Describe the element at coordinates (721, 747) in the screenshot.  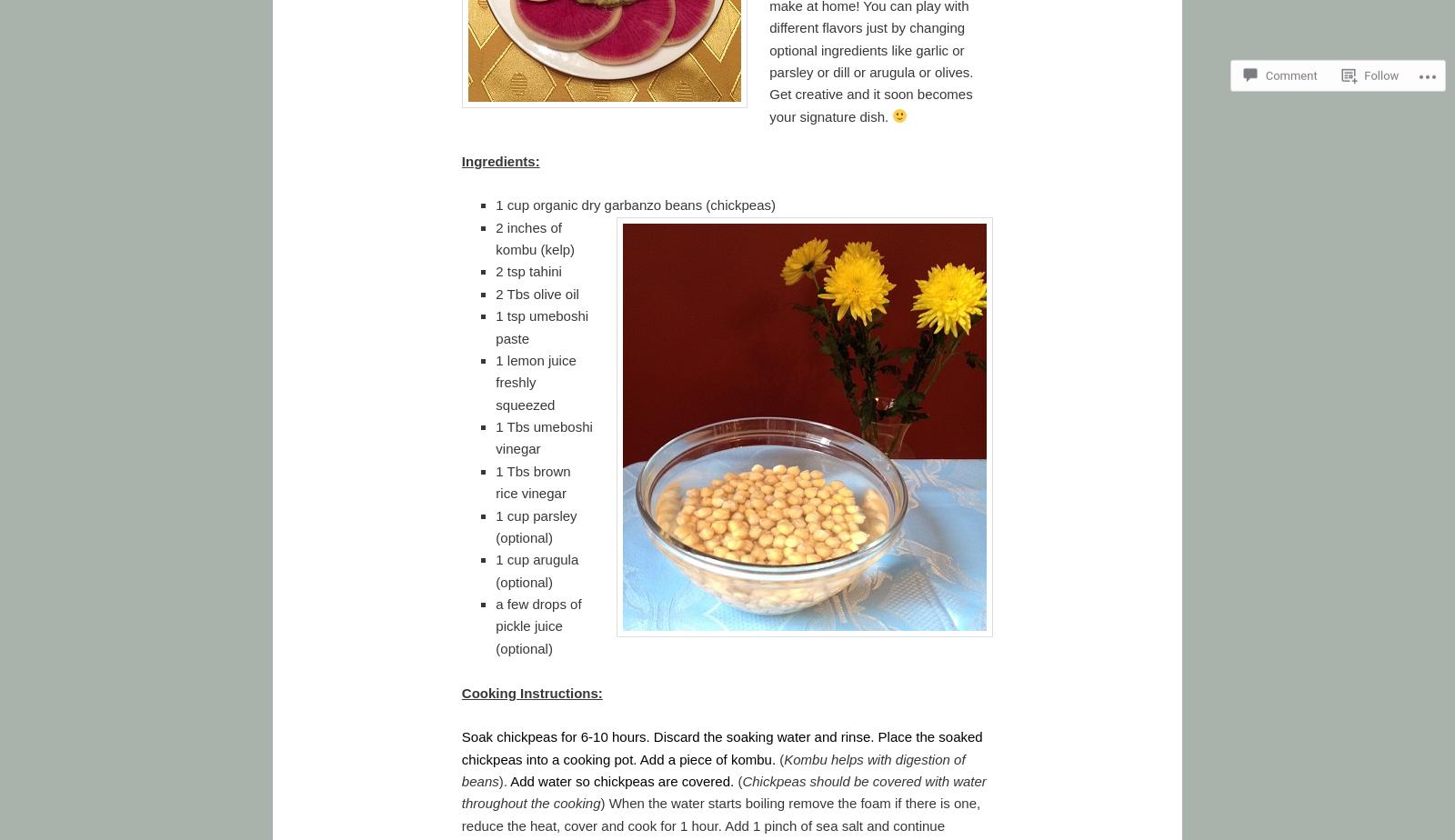
I see `'Soak chickpeas for 6-10 hours. Discard the soaking water and rinse. Place the soaked chickpeas into a cooking pot. Add a piece of kombu.'` at that location.